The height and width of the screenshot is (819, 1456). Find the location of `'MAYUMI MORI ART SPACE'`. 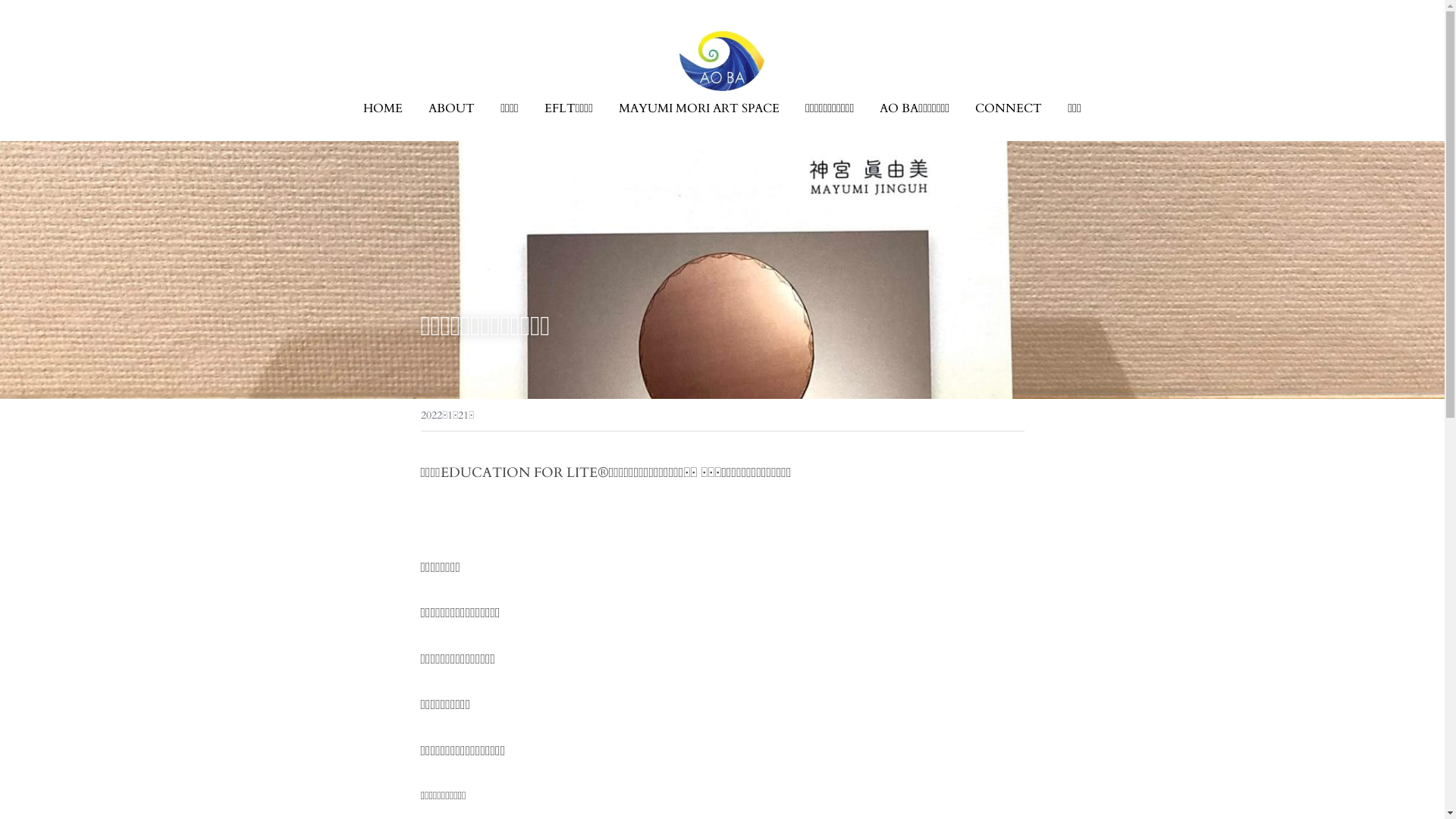

'MAYUMI MORI ART SPACE' is located at coordinates (619, 107).